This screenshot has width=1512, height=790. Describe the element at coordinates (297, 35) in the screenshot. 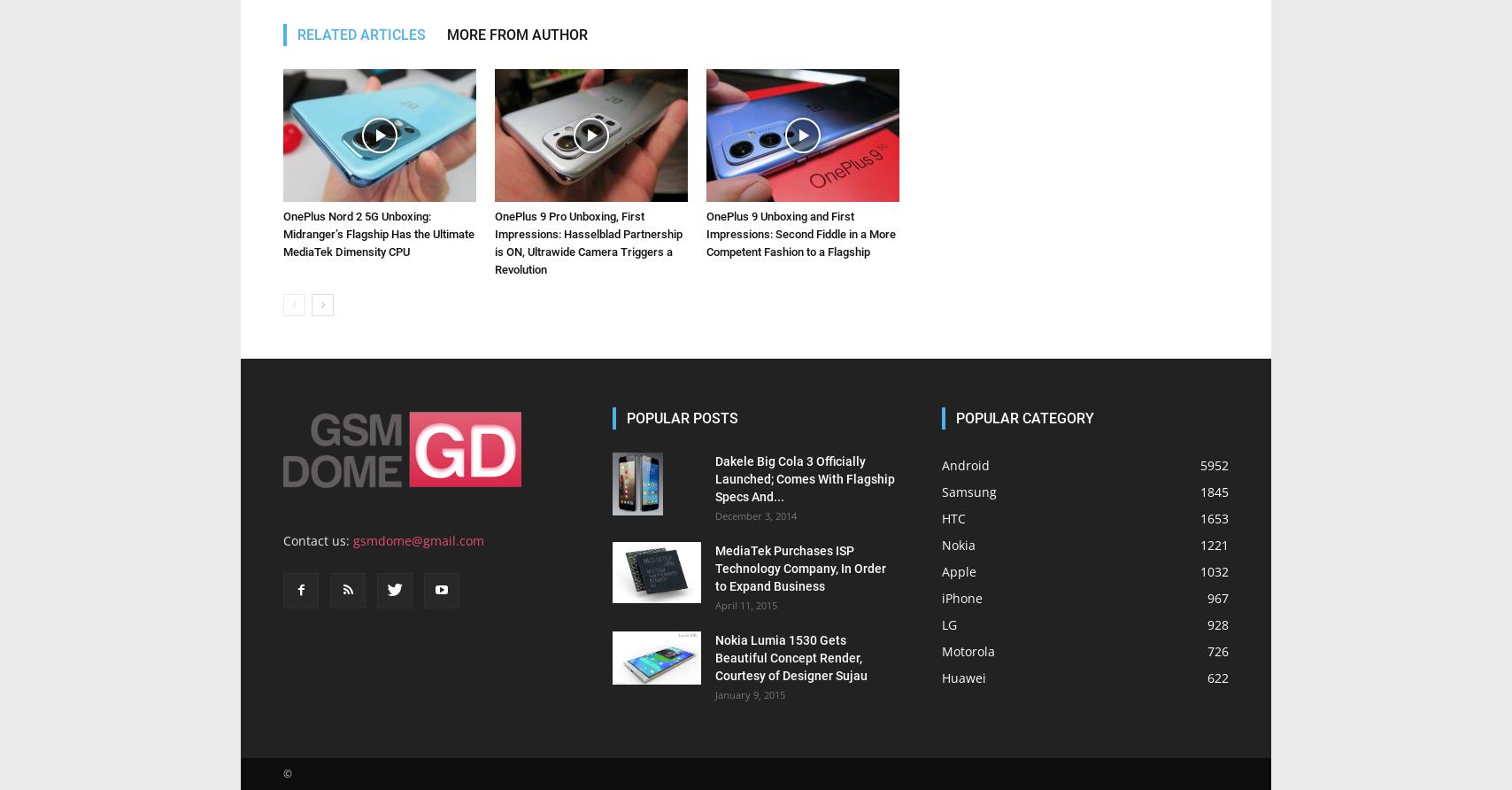

I see `'RELATED ARTICLES'` at that location.